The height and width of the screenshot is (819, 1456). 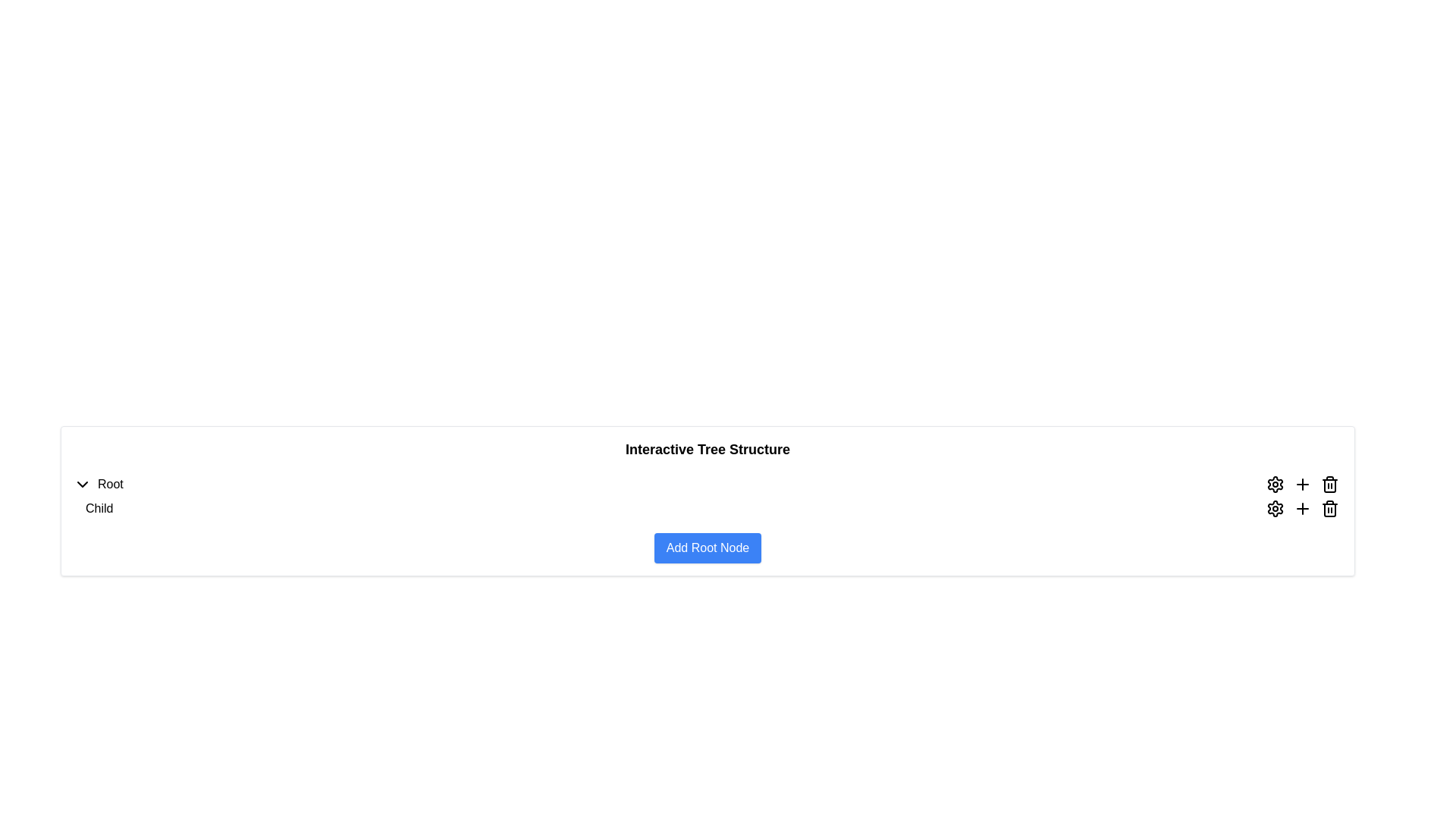 I want to click on the trash icon located at the far right of the horizontal options row to initiate the delete action, so click(x=1329, y=509).